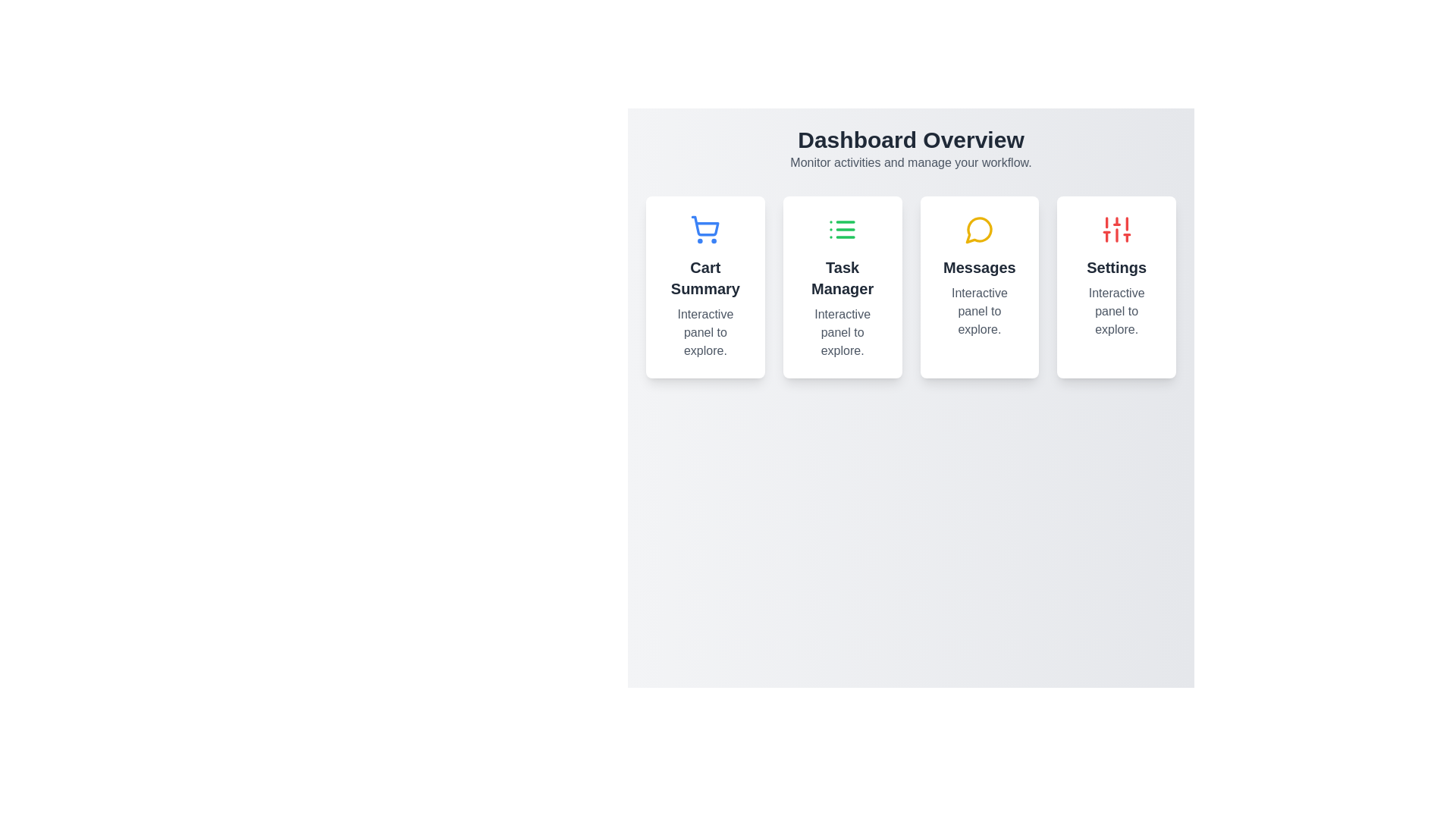  What do you see at coordinates (1116, 267) in the screenshot?
I see `the text element displaying the word 'Settings' in bold style, located within a card UI element, positioned below a set of icons` at bounding box center [1116, 267].